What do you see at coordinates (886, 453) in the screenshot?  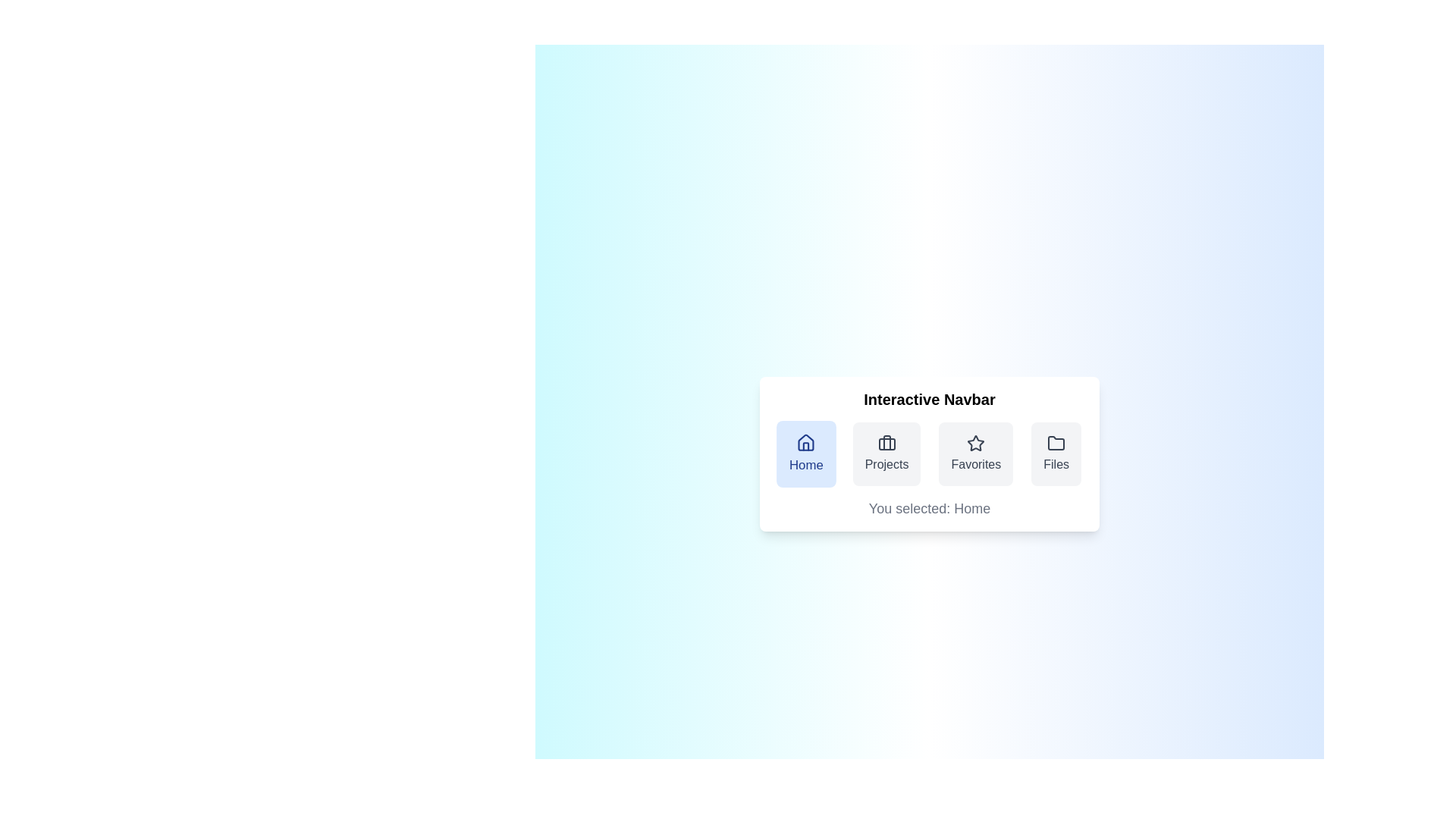 I see `the navigation item Projects to observe the visual feedback` at bounding box center [886, 453].